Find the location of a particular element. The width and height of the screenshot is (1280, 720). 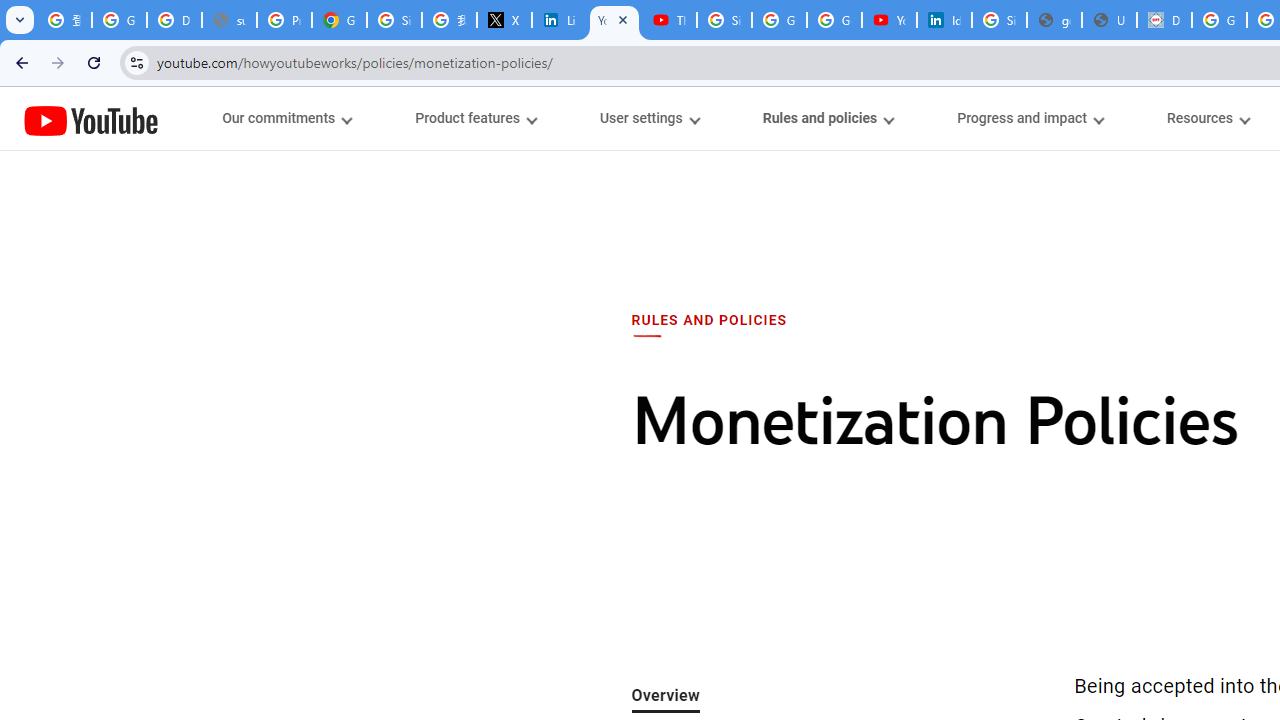

'Product features menupopup' is located at coordinates (474, 118).